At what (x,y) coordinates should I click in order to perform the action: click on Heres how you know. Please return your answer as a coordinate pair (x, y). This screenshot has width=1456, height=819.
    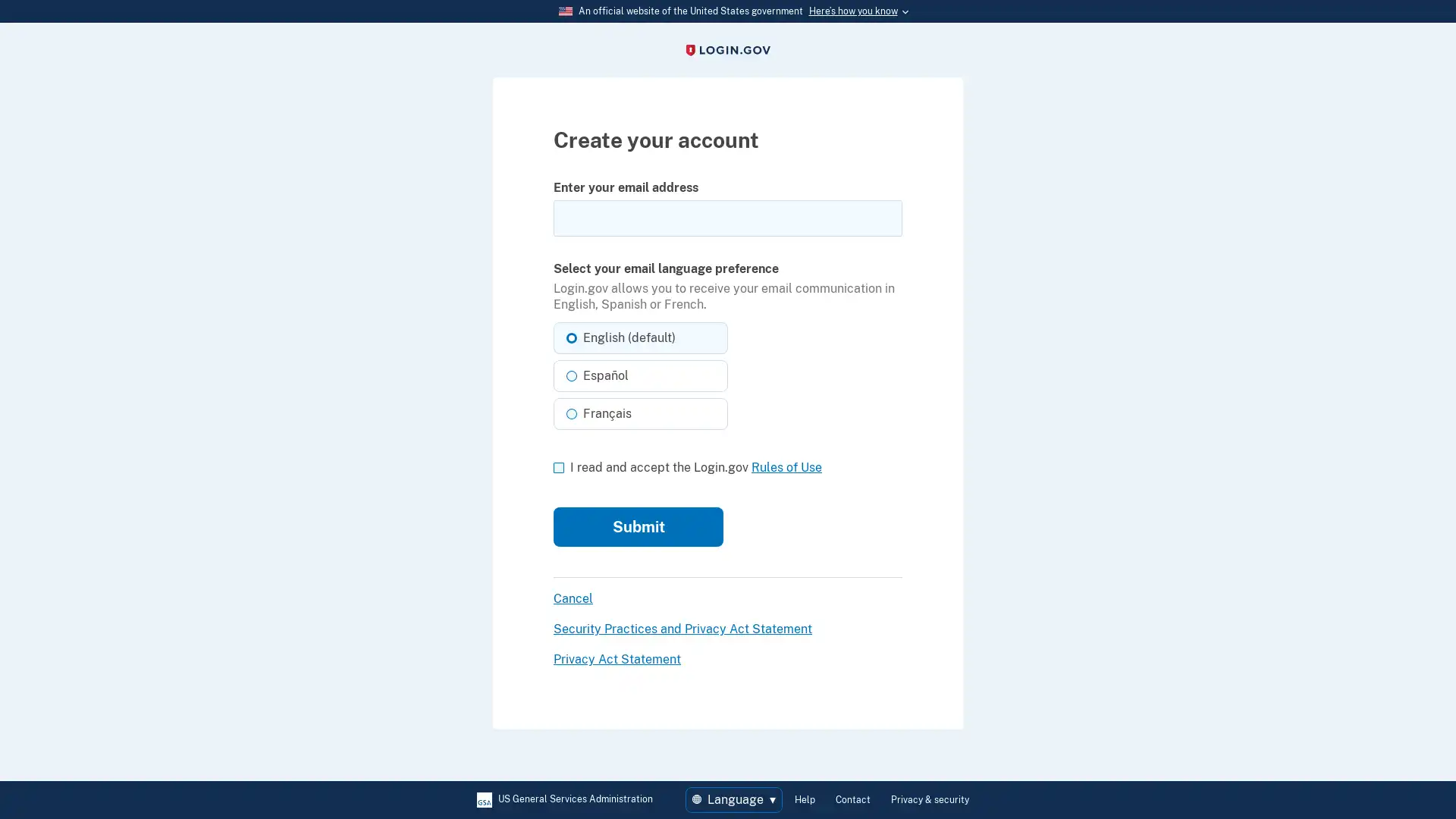
    Looking at the image, I should click on (852, 11).